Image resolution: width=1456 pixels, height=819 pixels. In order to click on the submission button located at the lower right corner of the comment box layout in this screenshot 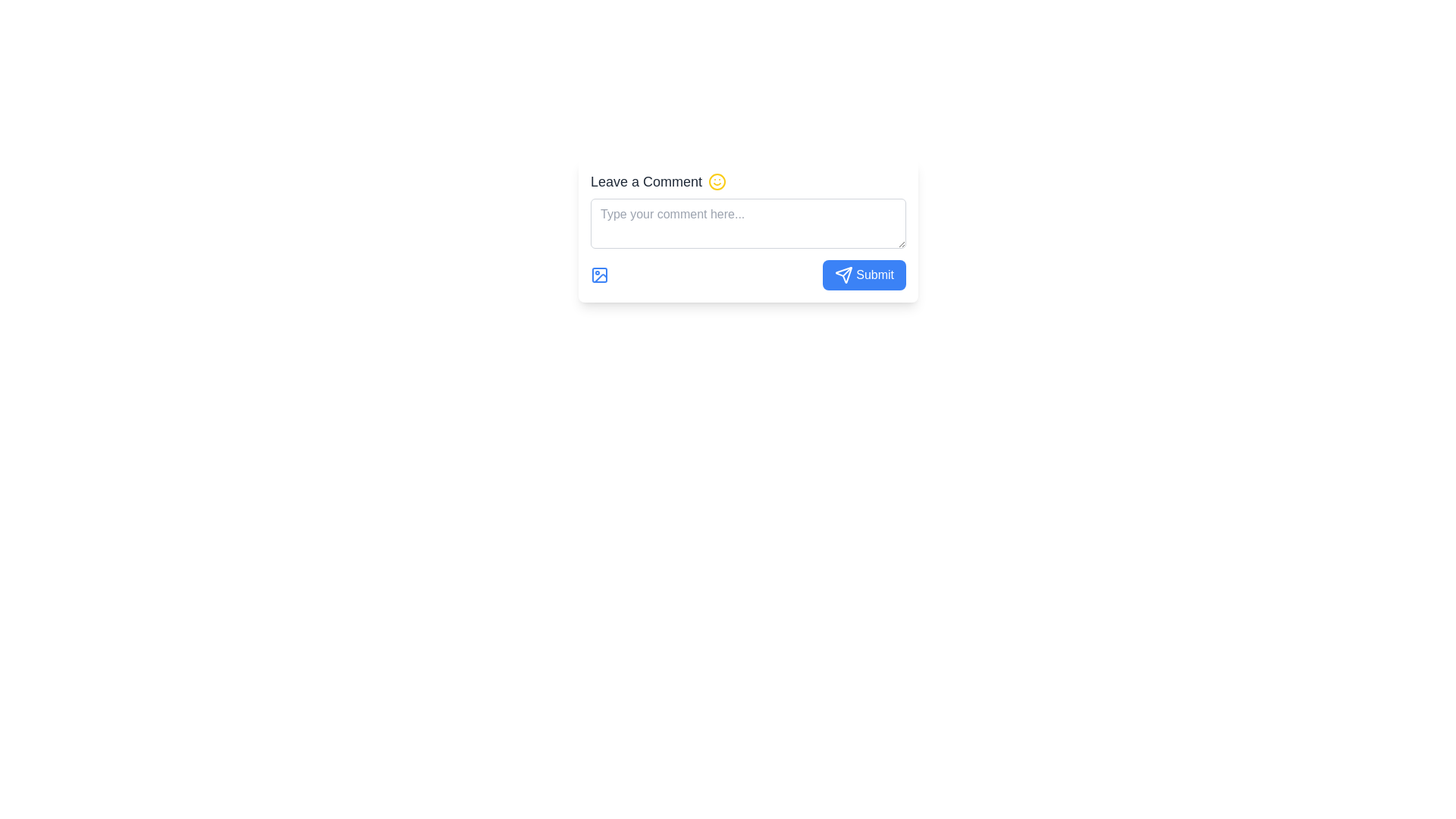, I will do `click(864, 275)`.